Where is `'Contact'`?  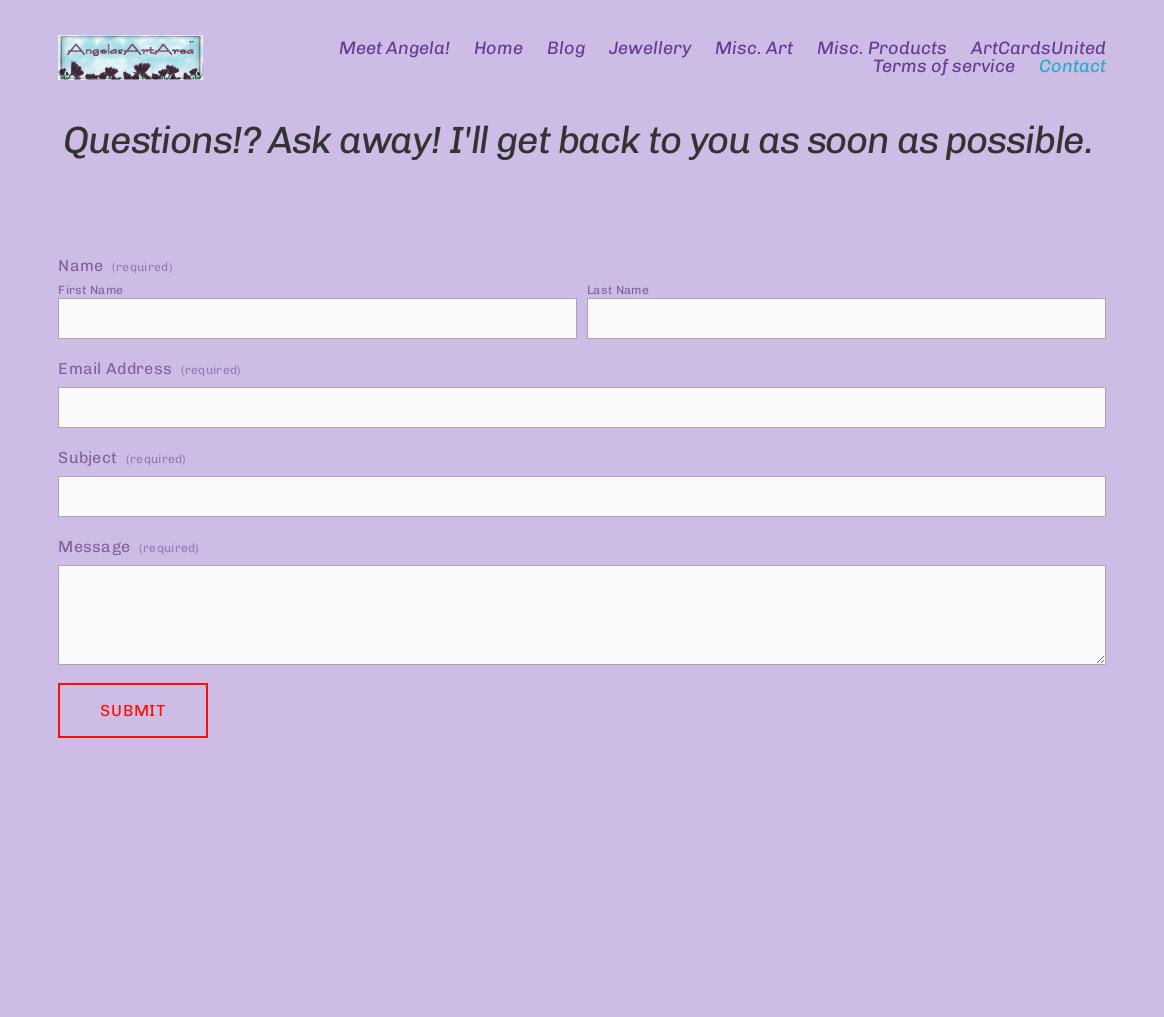
'Contact' is located at coordinates (1071, 66).